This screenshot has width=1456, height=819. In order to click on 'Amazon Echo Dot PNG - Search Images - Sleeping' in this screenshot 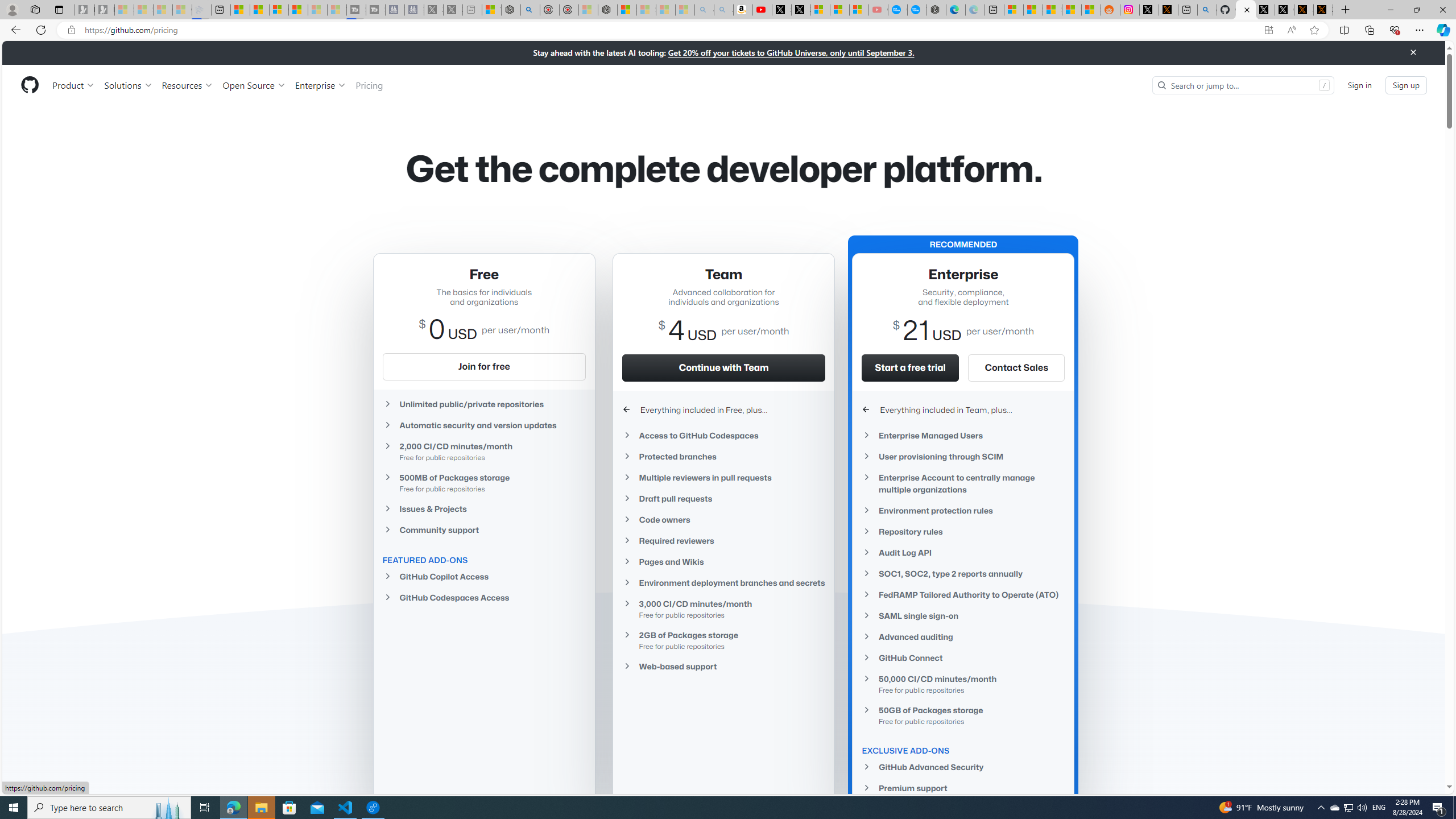, I will do `click(723, 9)`.